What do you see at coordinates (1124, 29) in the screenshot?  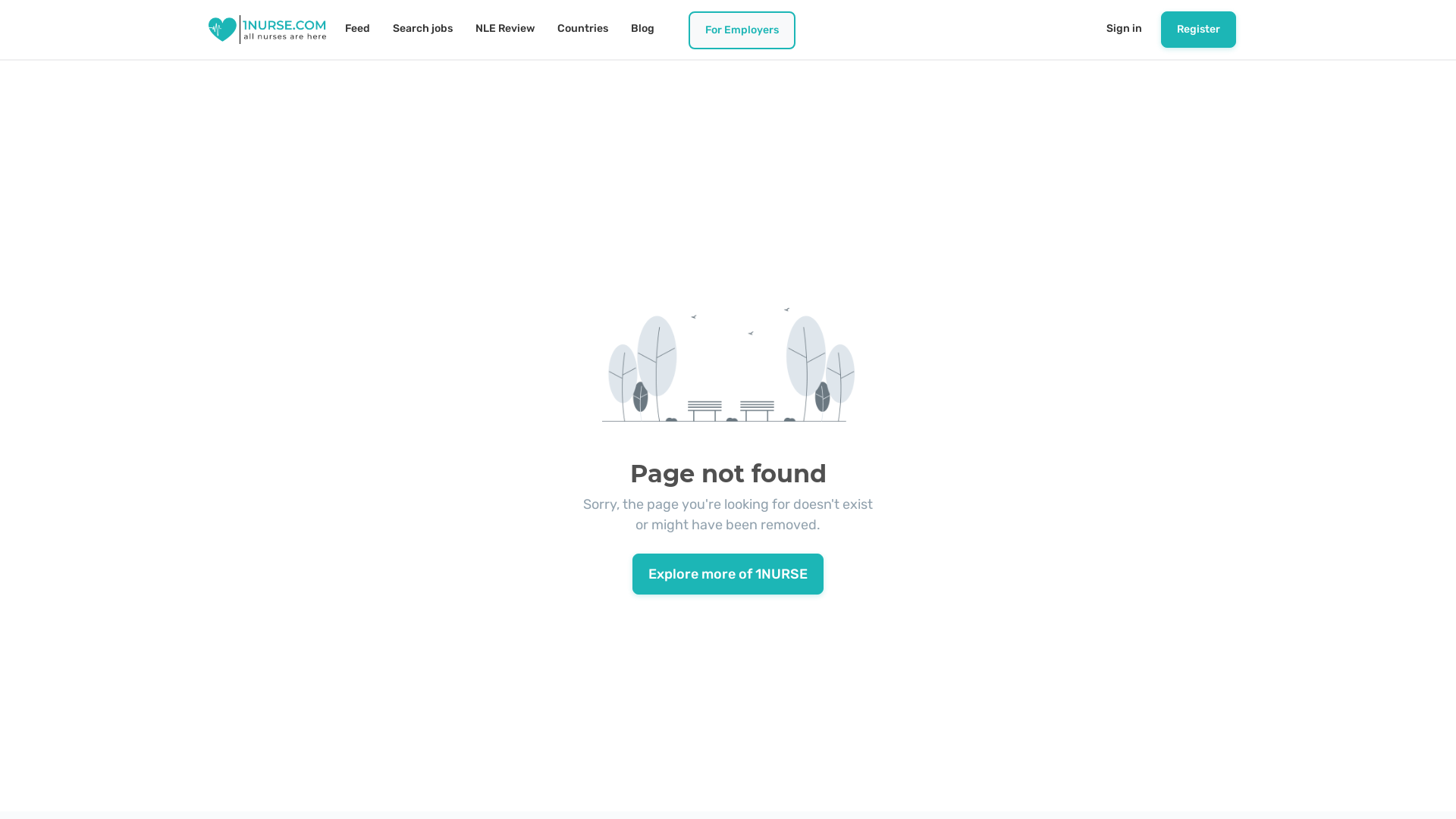 I see `'Sign in'` at bounding box center [1124, 29].